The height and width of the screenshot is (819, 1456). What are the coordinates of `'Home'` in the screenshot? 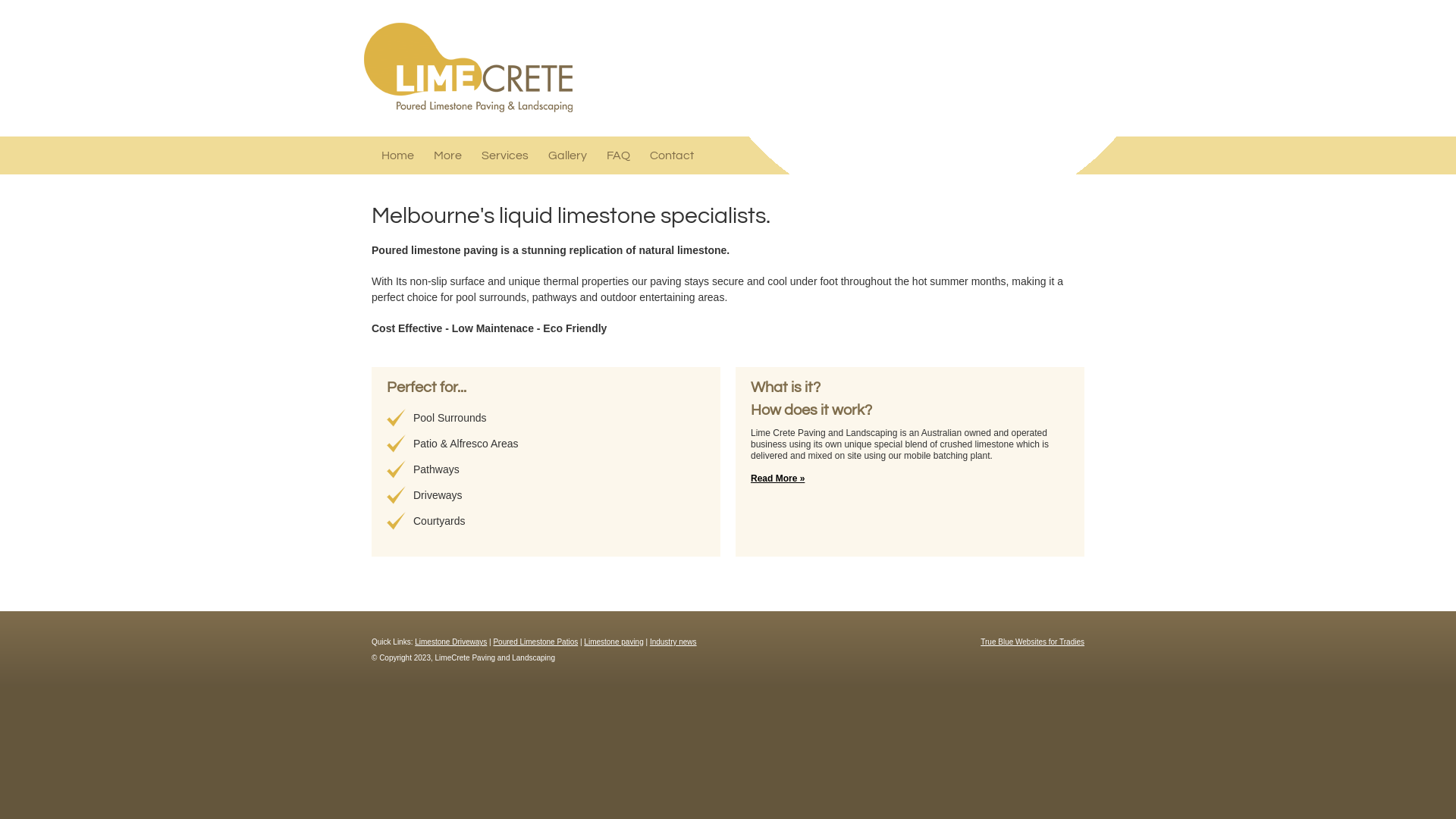 It's located at (381, 155).